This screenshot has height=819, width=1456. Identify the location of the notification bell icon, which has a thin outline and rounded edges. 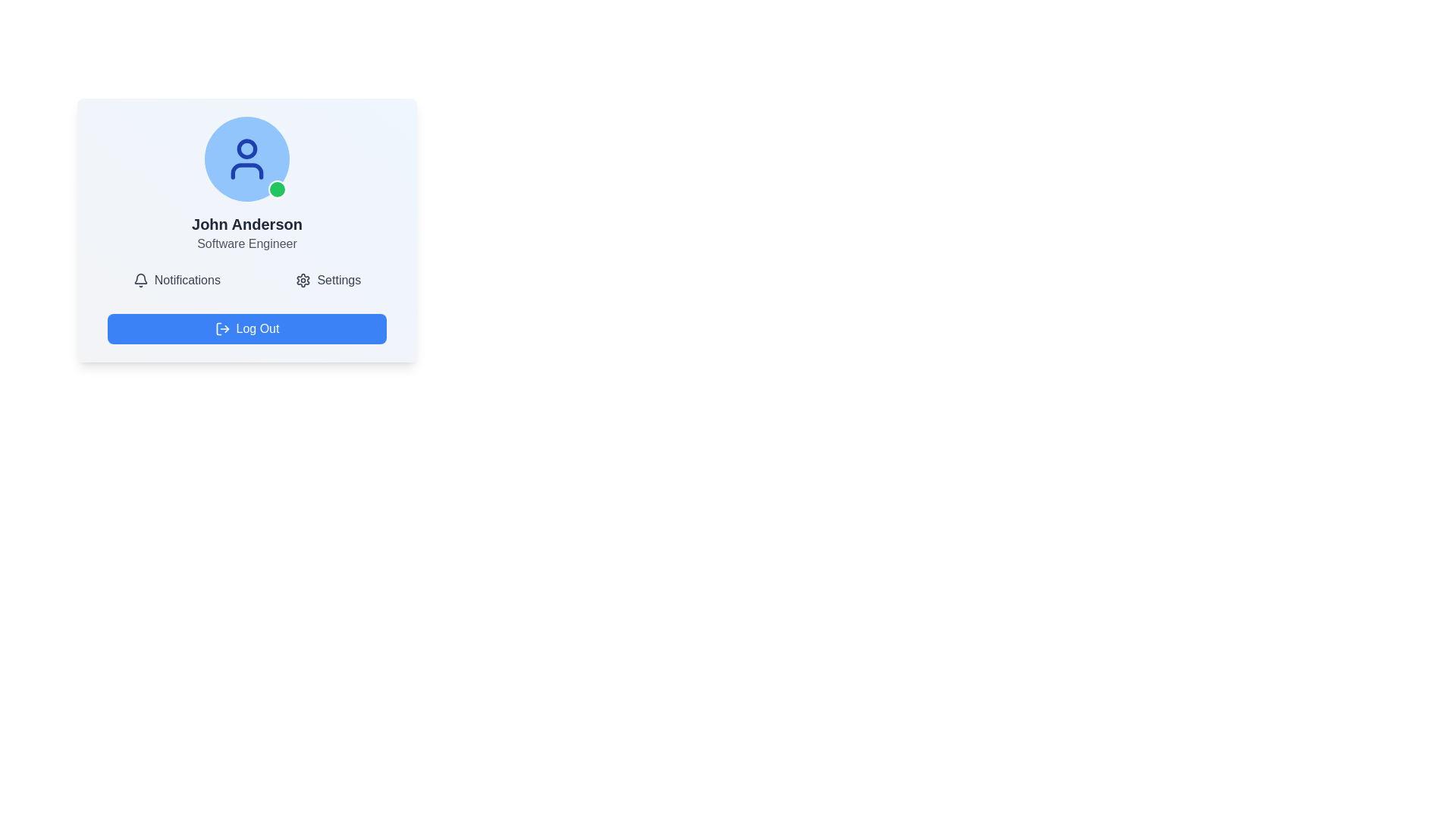
(140, 281).